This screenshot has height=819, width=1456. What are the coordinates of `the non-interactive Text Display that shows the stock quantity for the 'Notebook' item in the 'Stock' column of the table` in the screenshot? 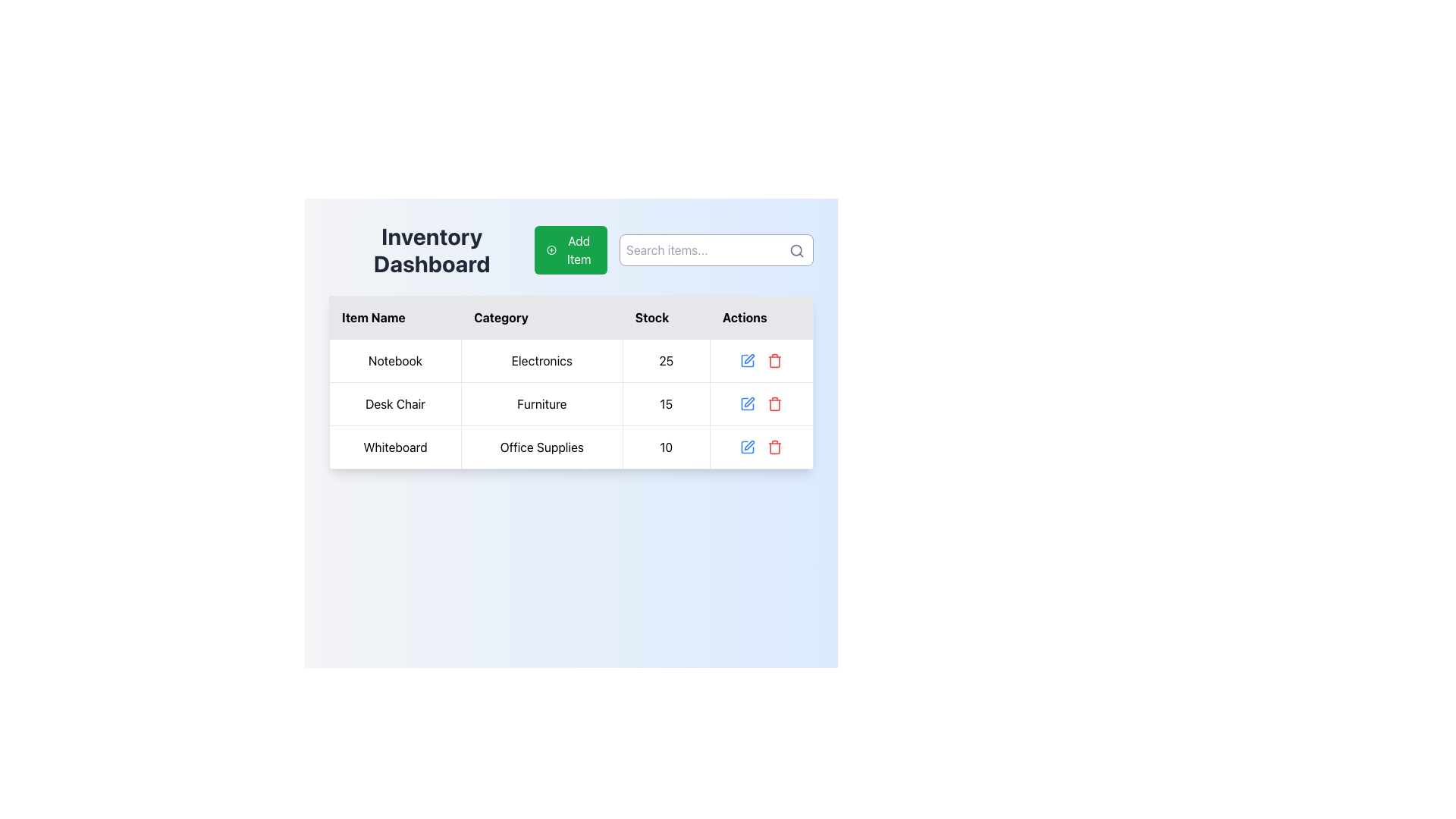 It's located at (666, 360).